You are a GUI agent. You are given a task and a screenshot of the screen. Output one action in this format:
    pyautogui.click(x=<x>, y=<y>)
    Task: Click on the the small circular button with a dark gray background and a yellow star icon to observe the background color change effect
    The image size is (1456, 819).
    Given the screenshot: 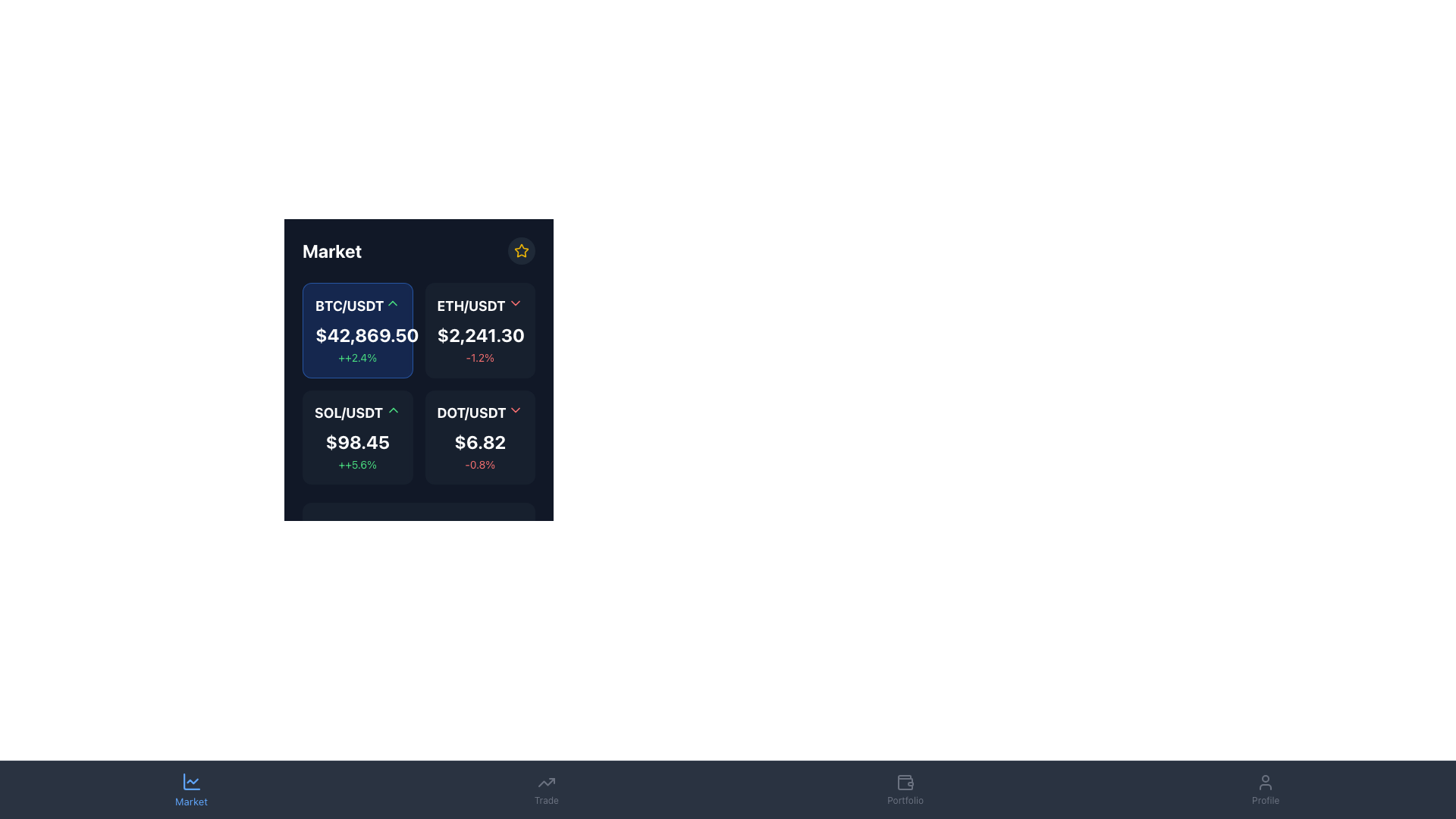 What is the action you would take?
    pyautogui.click(x=521, y=250)
    